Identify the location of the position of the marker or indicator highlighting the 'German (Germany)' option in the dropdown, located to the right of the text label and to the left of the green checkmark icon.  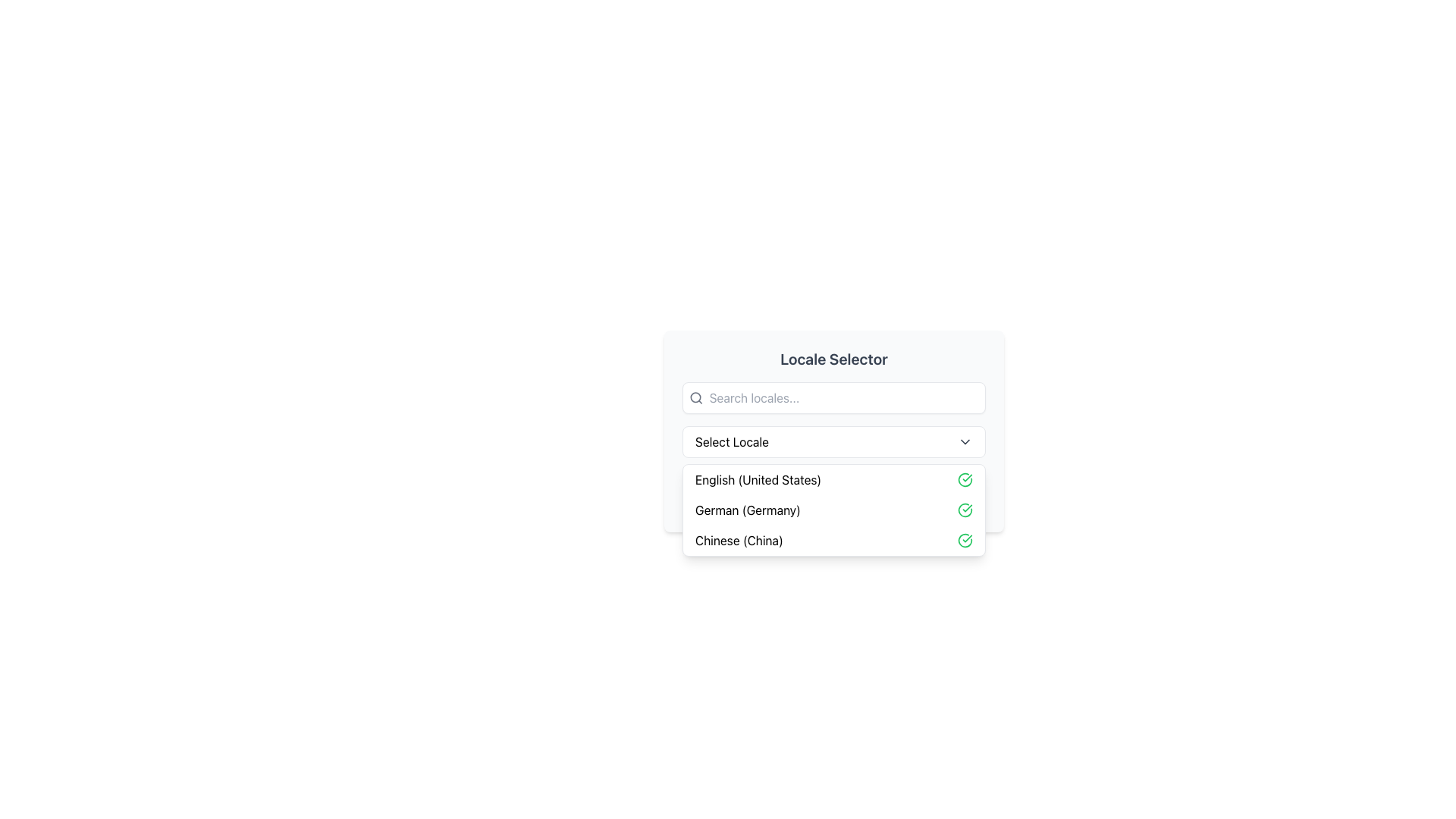
(908, 497).